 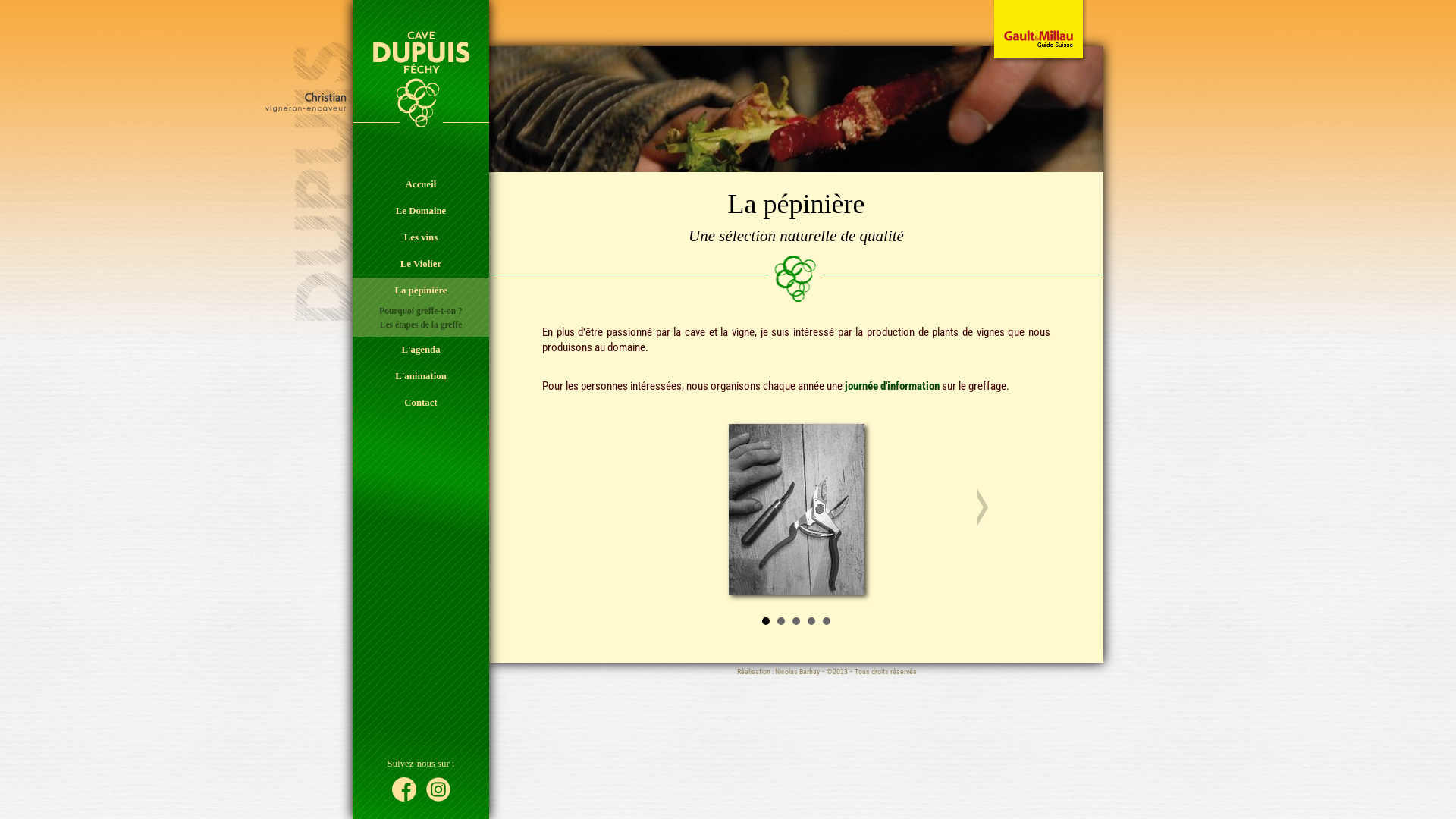 What do you see at coordinates (421, 309) in the screenshot?
I see `'Pourquoi greffe-t-on ?'` at bounding box center [421, 309].